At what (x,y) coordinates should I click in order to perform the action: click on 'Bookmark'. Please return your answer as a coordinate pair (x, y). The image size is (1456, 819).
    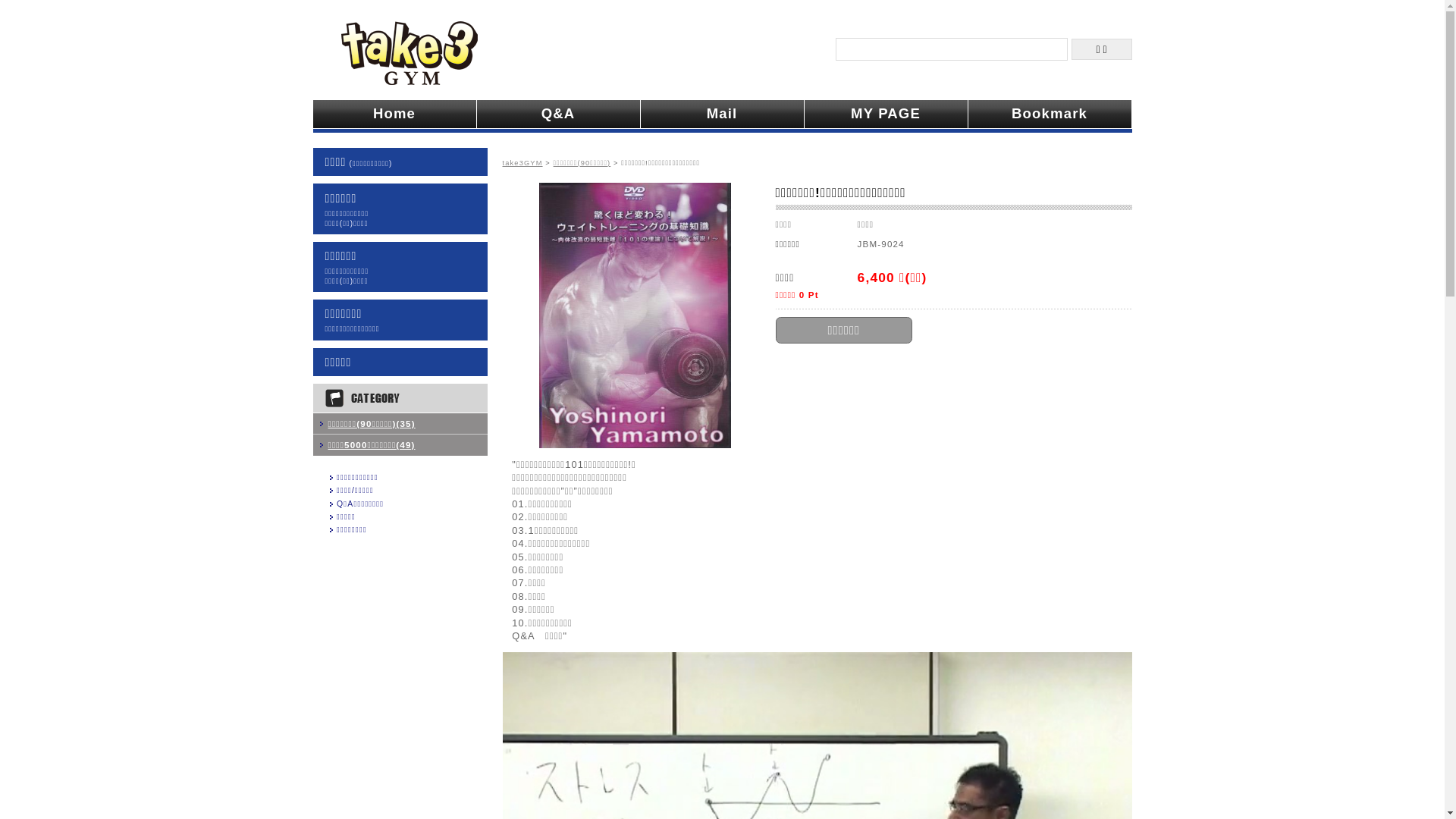
    Looking at the image, I should click on (1048, 113).